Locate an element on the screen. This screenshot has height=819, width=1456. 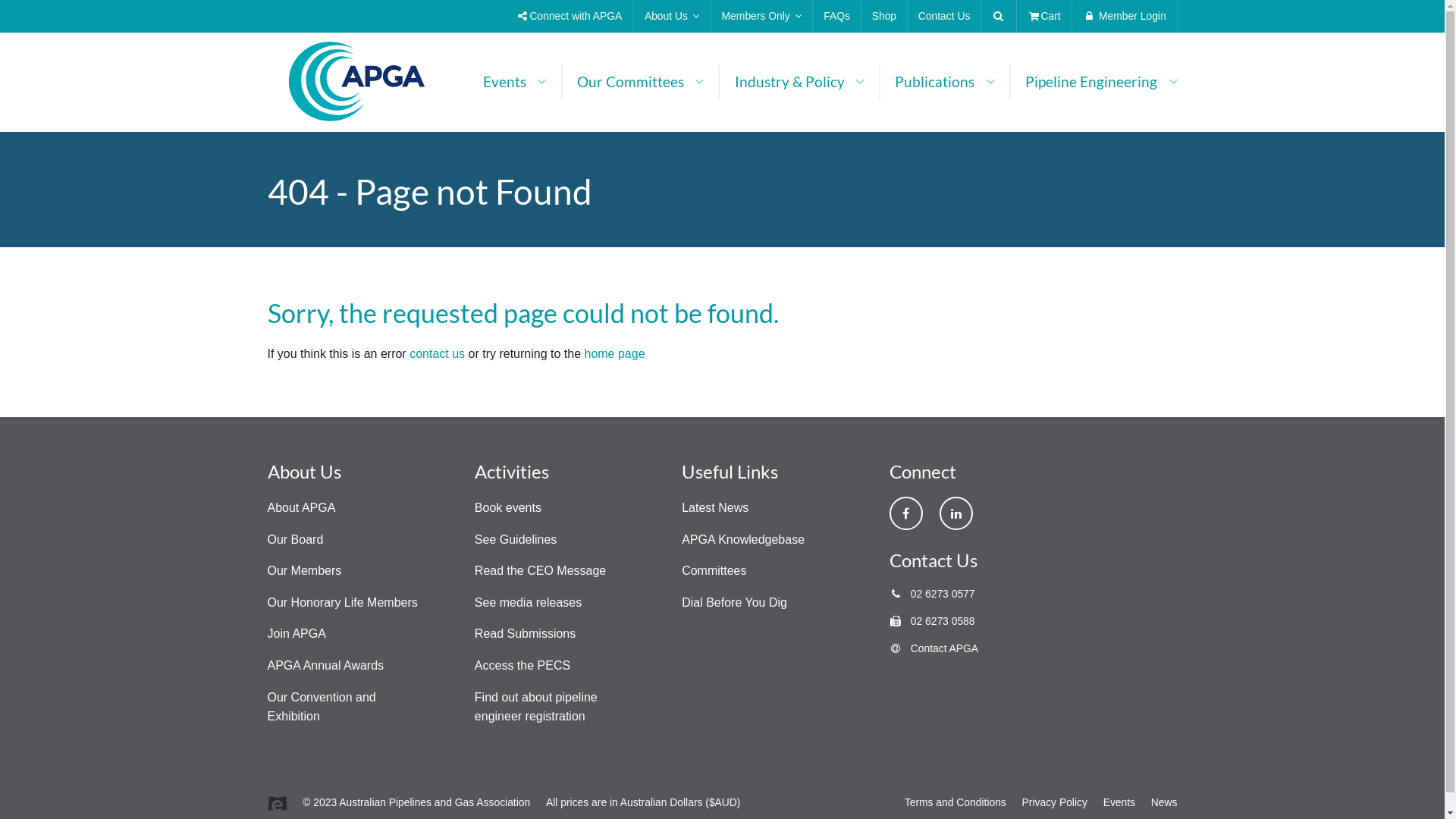
'Our Committees' is located at coordinates (640, 82).